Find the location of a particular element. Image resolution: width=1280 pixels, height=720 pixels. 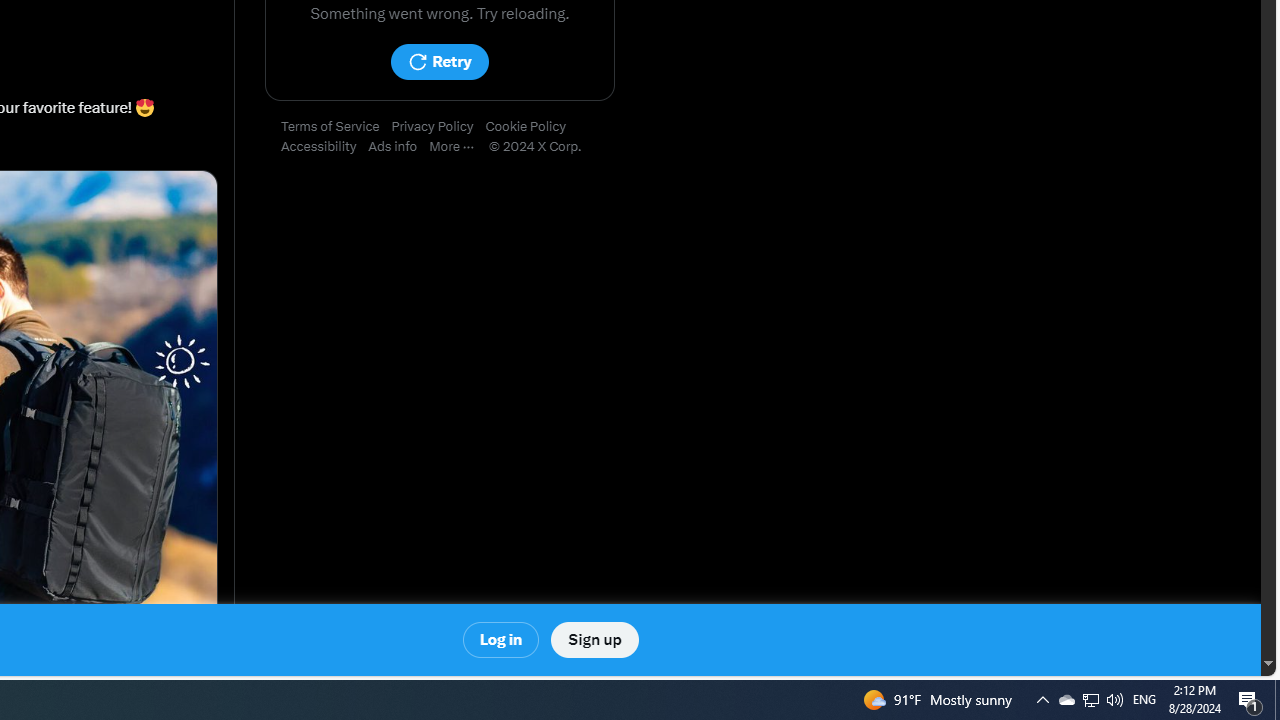

'Terms of Service' is located at coordinates (336, 127).